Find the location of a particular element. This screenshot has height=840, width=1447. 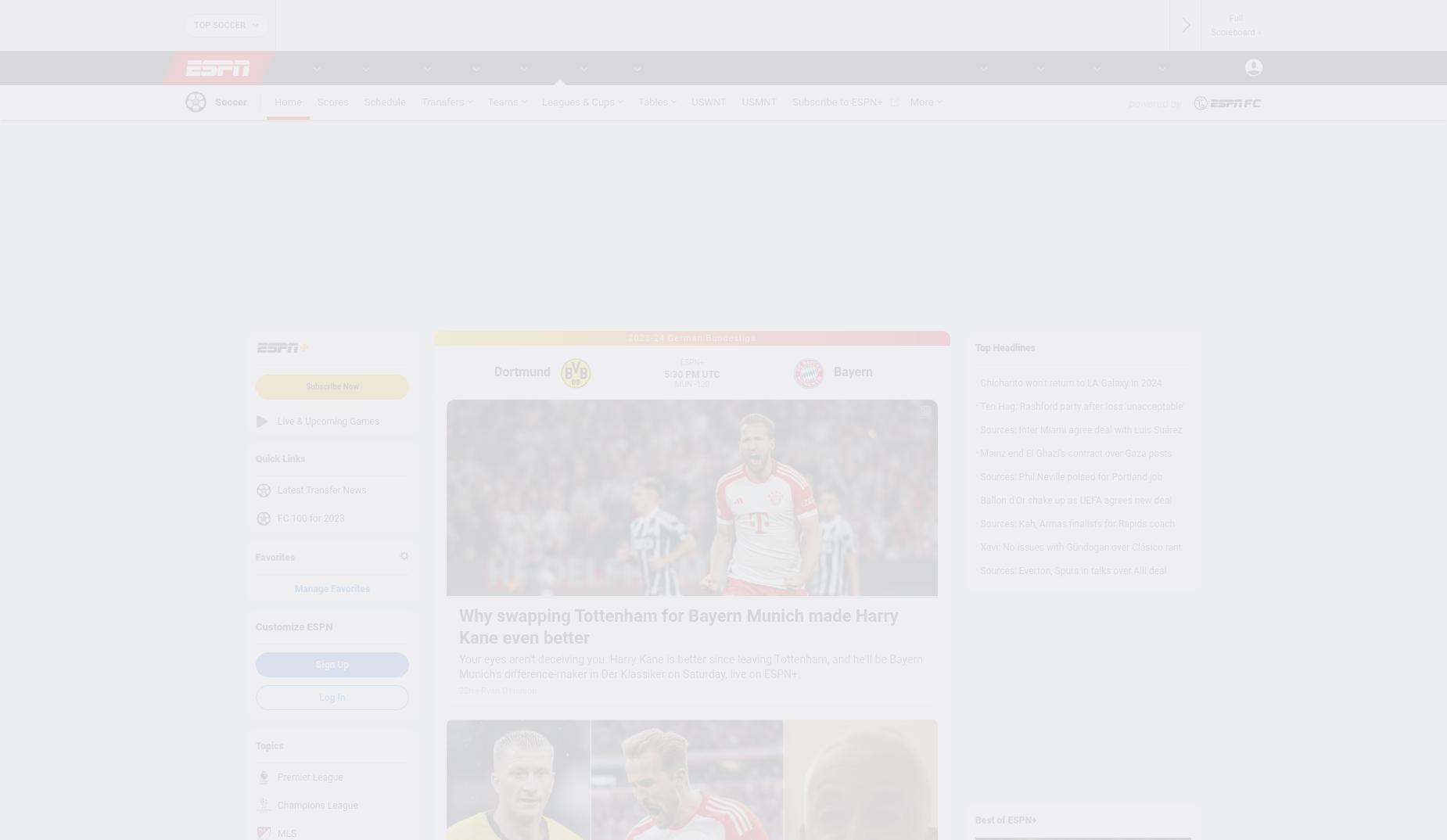

'Latest Transfer News' is located at coordinates (321, 490).